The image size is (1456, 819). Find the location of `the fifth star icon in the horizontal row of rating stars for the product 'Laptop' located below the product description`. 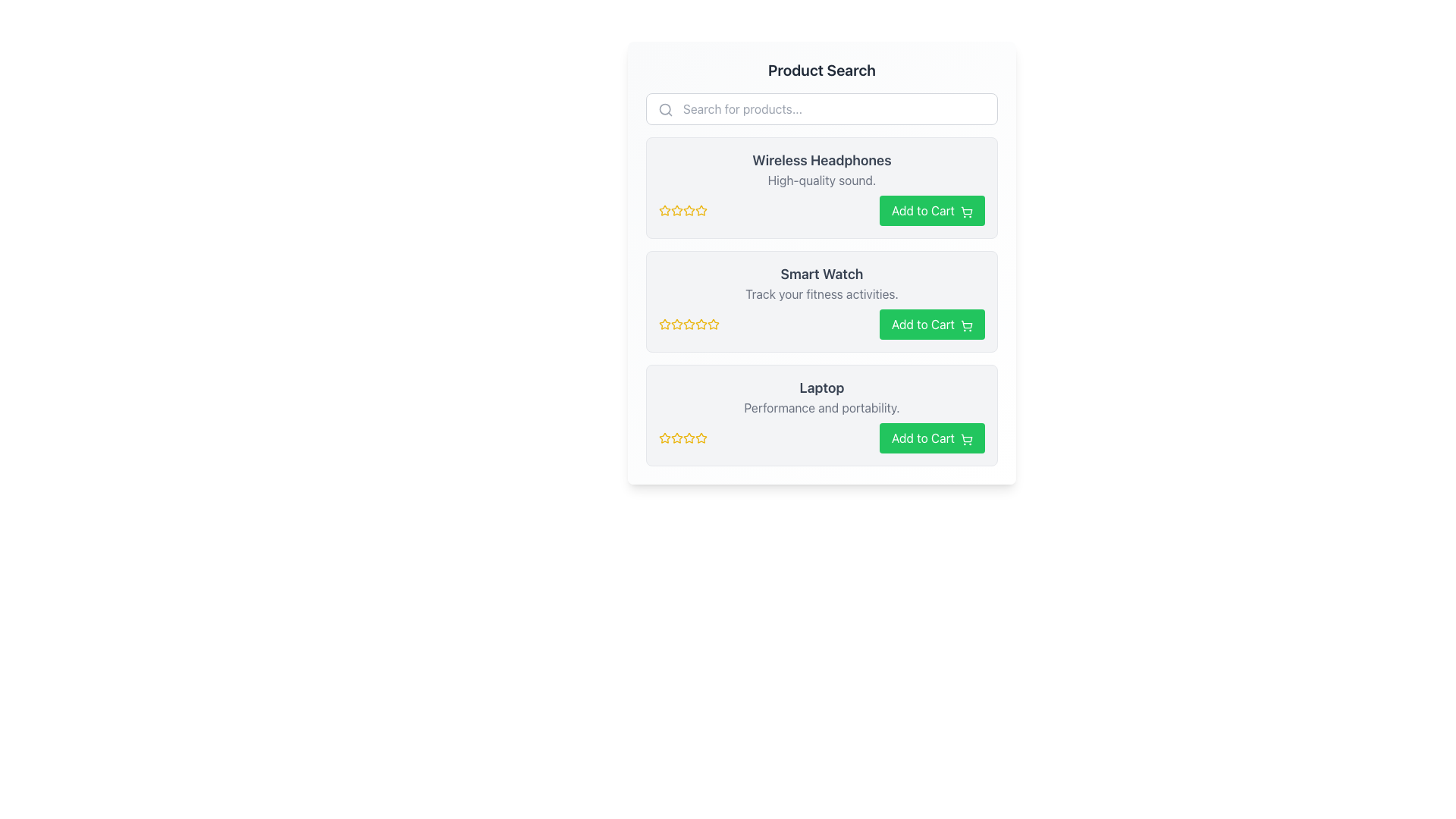

the fifth star icon in the horizontal row of rating stars for the product 'Laptop' located below the product description is located at coordinates (701, 438).